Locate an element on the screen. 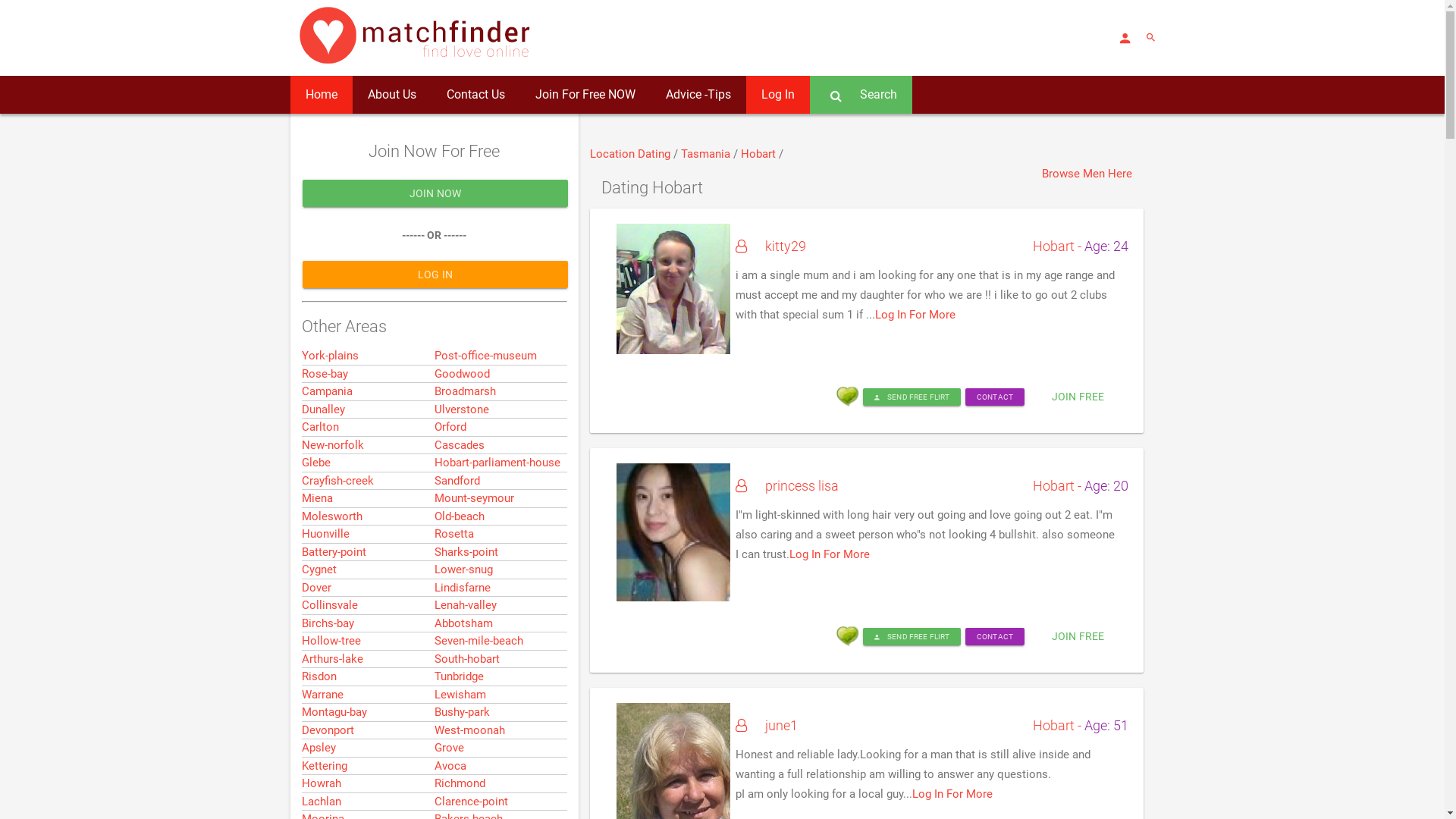 This screenshot has width=1456, height=819. 'Browse Men Here' is located at coordinates (1086, 172).